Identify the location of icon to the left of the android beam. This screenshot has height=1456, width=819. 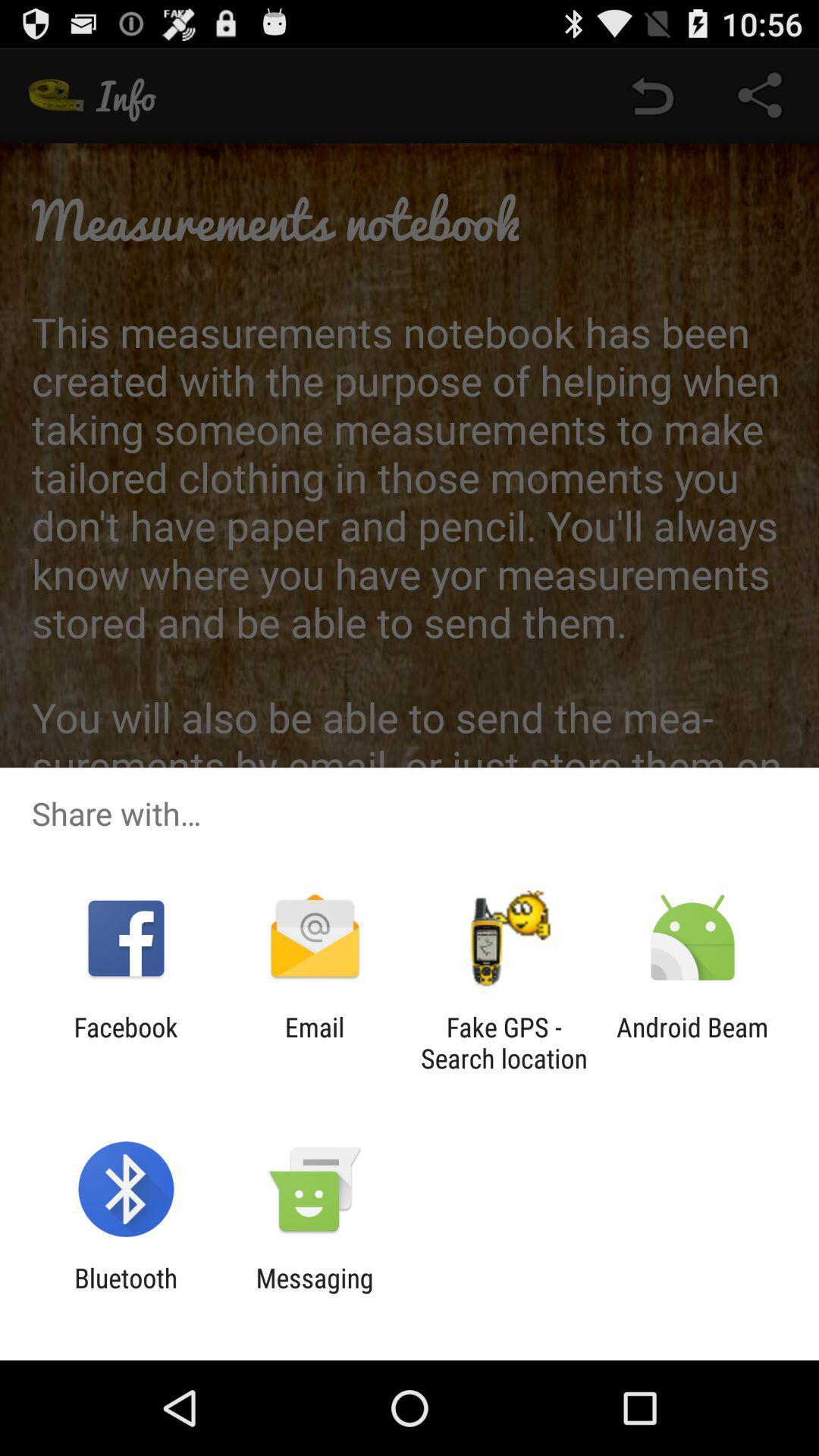
(504, 1042).